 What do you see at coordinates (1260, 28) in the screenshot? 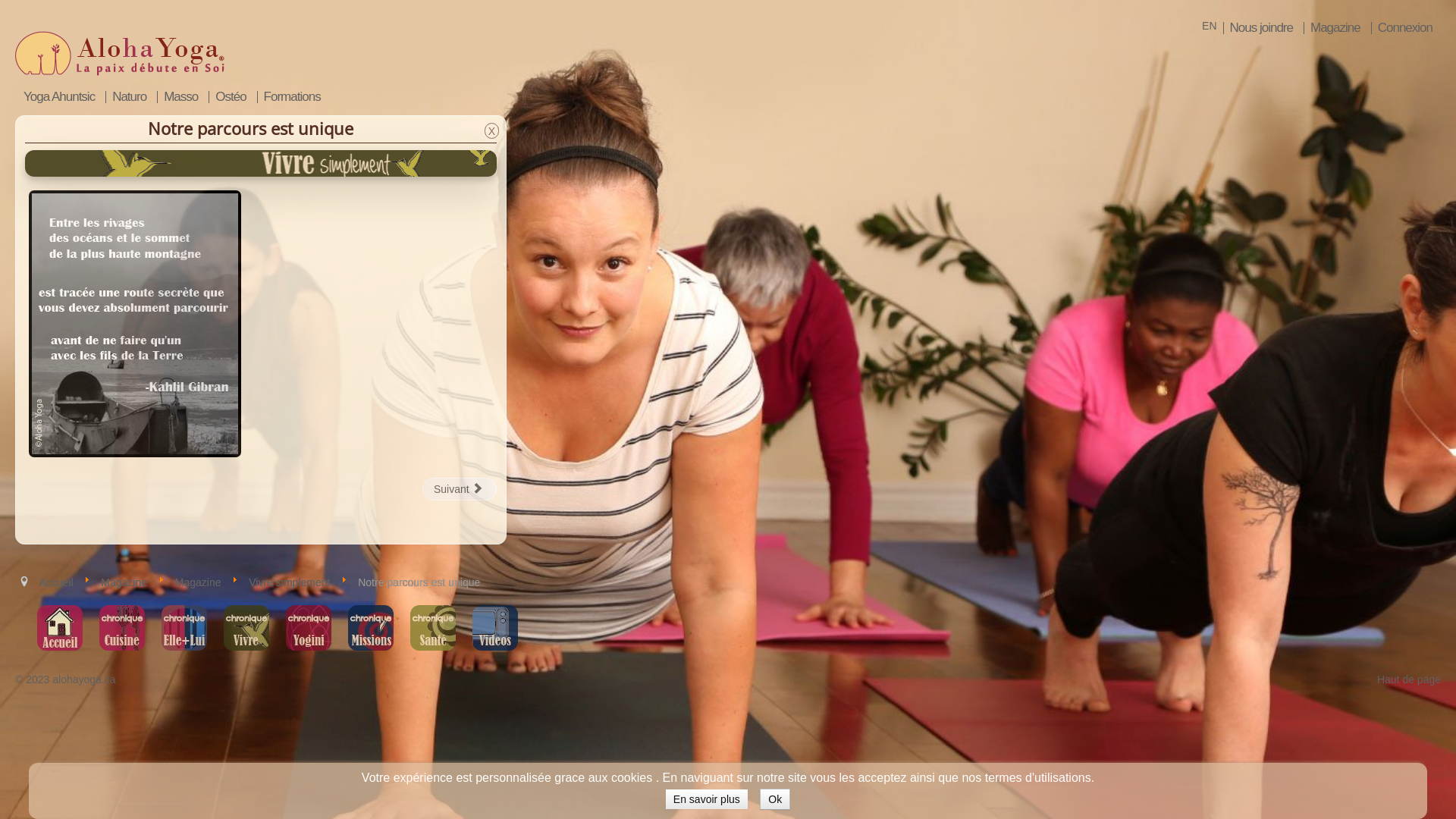
I see `'Nous joindre'` at bounding box center [1260, 28].